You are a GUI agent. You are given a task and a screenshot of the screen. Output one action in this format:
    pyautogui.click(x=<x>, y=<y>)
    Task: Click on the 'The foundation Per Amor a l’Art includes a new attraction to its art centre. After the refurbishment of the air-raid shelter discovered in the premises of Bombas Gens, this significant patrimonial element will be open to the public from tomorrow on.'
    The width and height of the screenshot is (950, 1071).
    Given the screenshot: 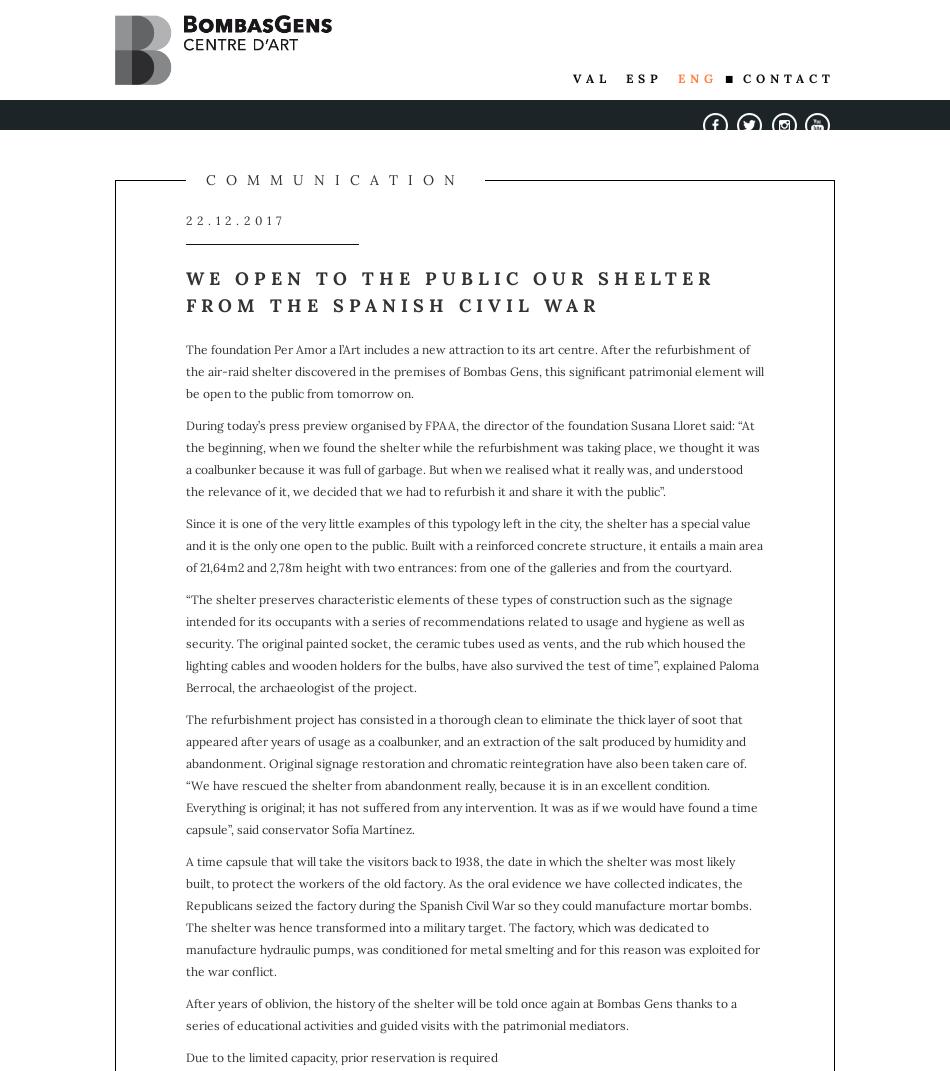 What is the action you would take?
    pyautogui.click(x=475, y=370)
    